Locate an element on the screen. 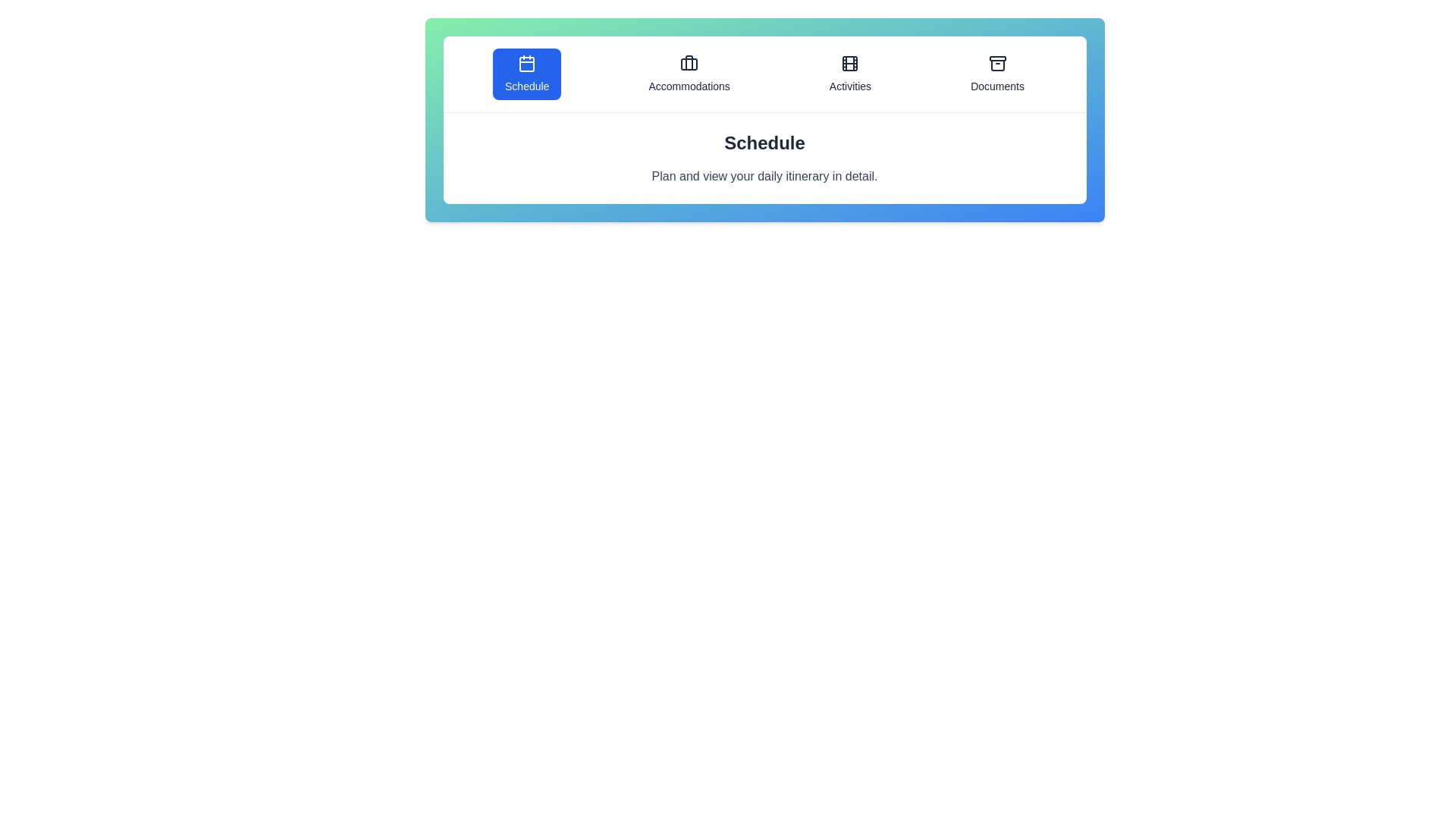  the background of the ItineraryPlanner component is located at coordinates (764, 394).